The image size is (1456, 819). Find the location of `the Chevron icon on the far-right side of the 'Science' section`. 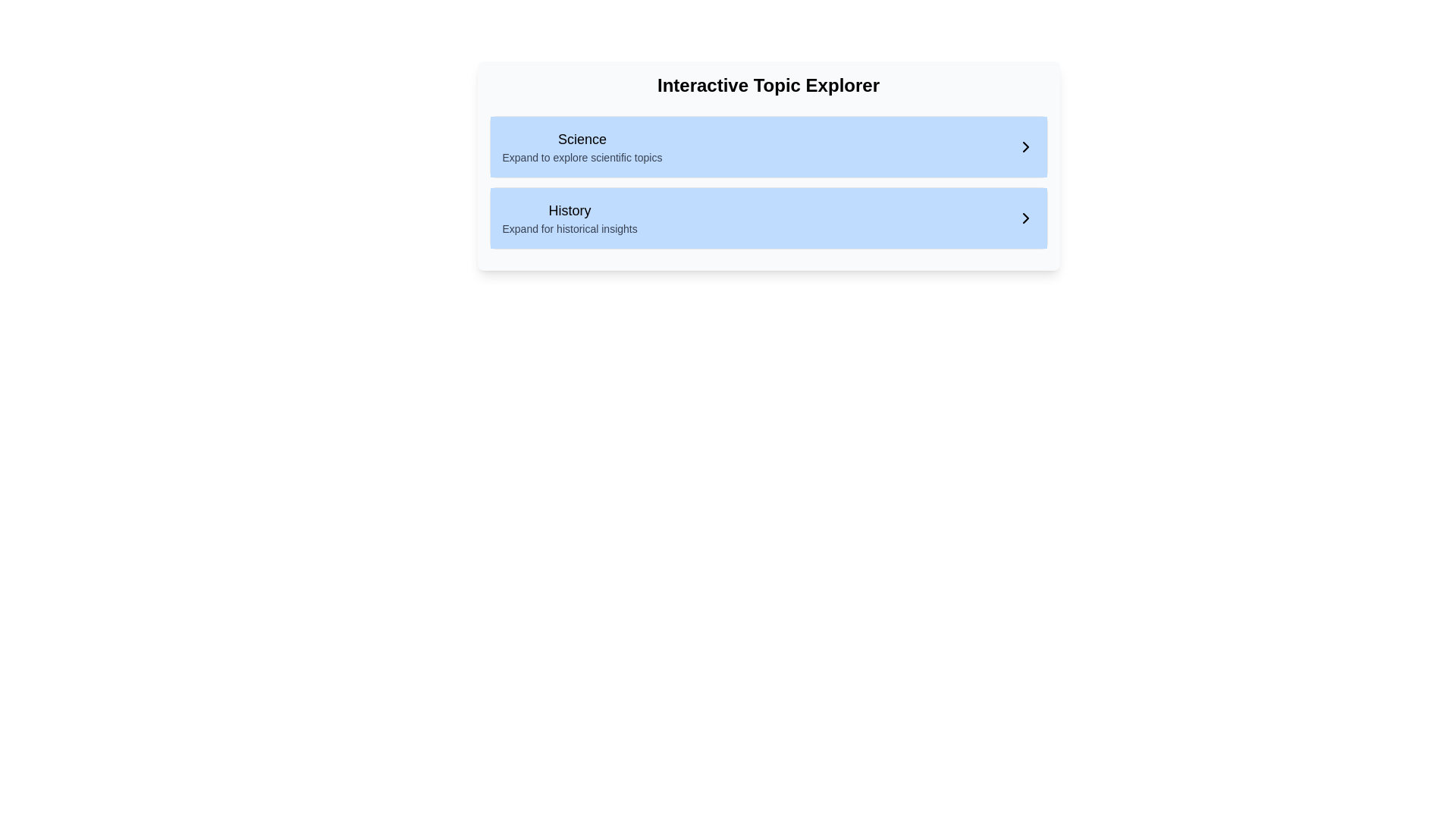

the Chevron icon on the far-right side of the 'Science' section is located at coordinates (1025, 146).